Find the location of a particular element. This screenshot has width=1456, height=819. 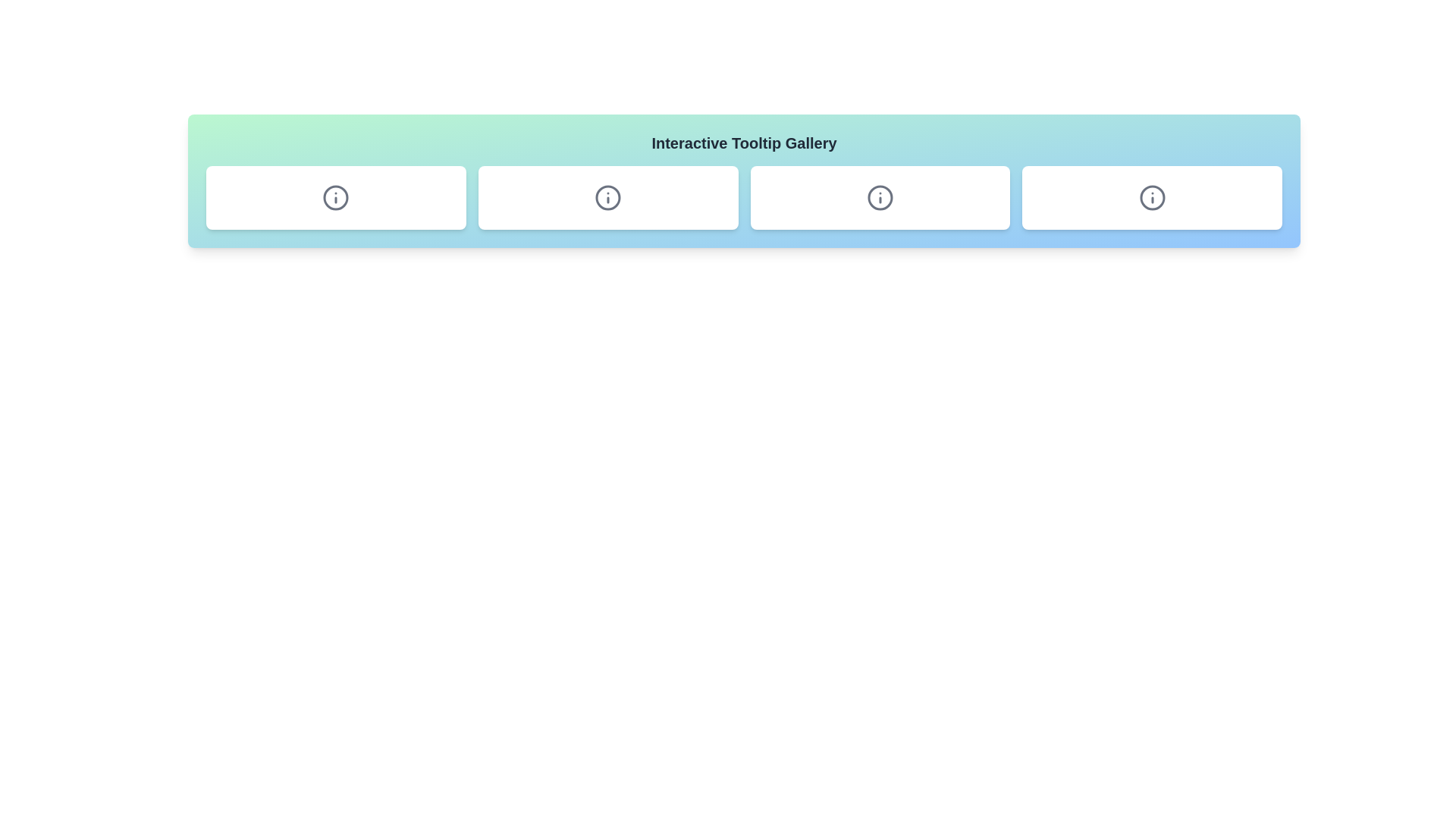

the SVG Circle representing the background circle of the 'info' icon, which is the central circular shape within the third icon from the left in the 'Interactive Tooltip Gallery' is located at coordinates (608, 197).